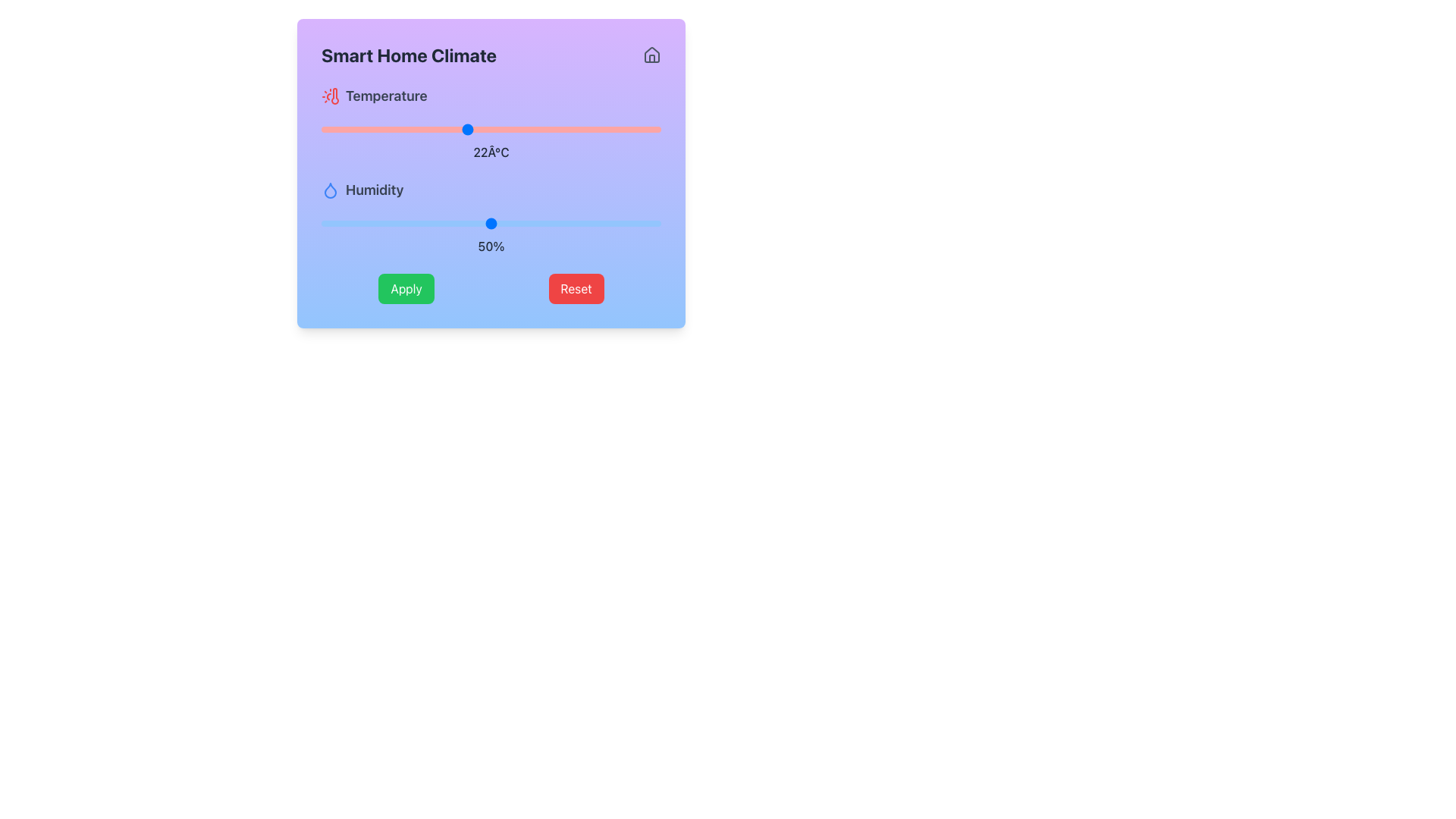 The width and height of the screenshot is (1456, 819). I want to click on temperature, so click(370, 128).